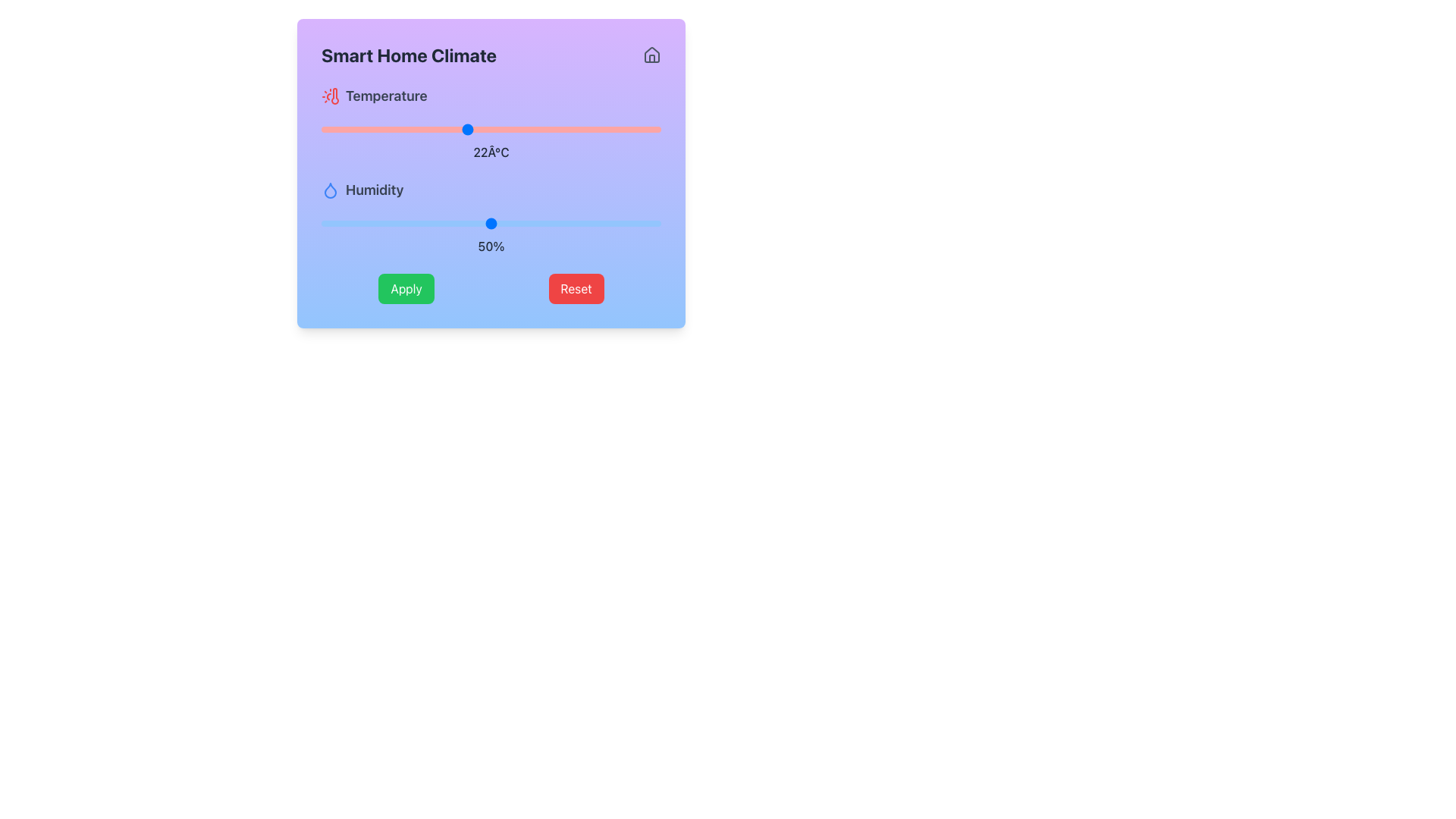 The width and height of the screenshot is (1456, 819). I want to click on temperature, so click(370, 128).